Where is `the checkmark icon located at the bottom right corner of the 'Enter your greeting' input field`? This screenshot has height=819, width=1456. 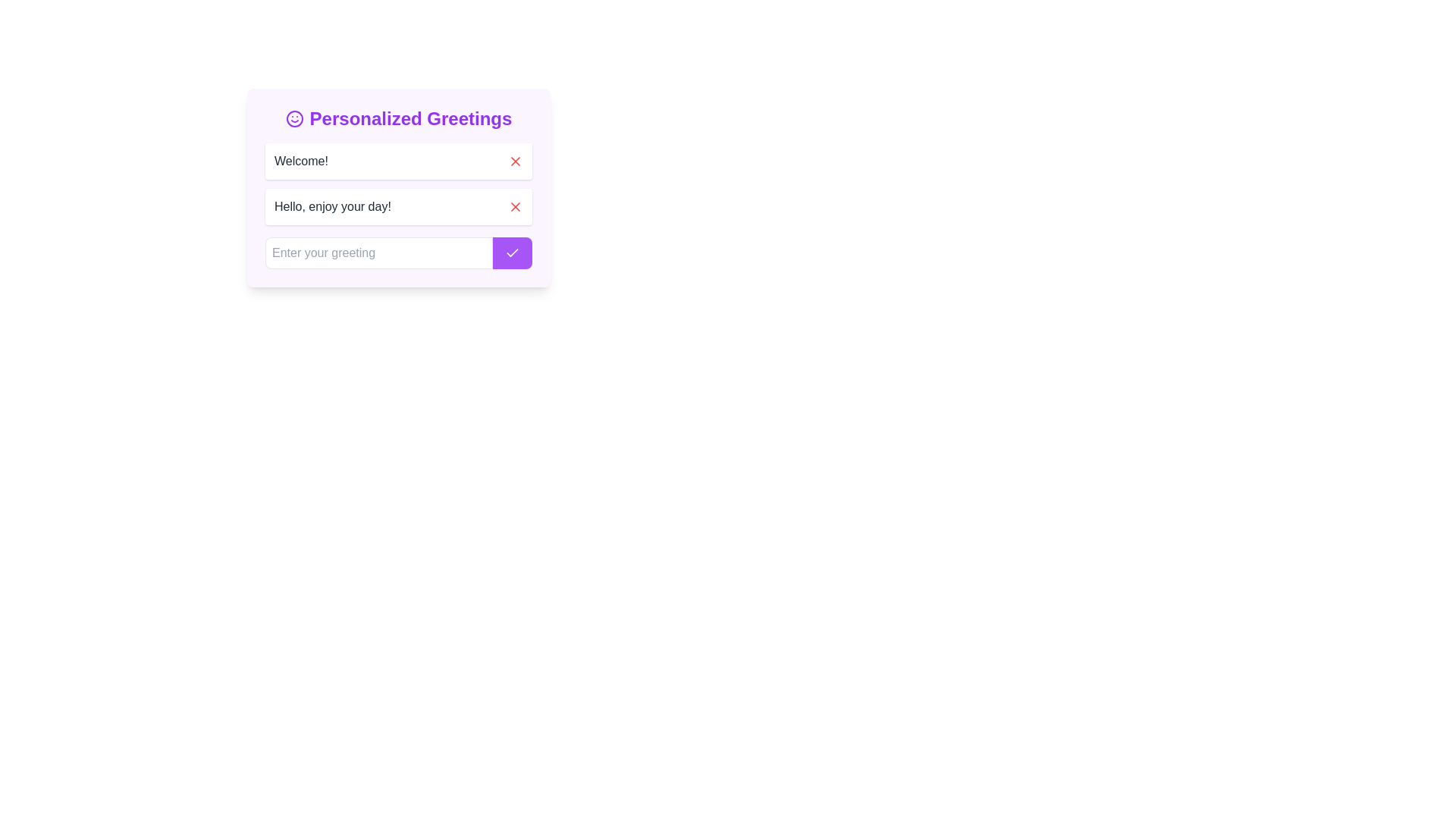 the checkmark icon located at the bottom right corner of the 'Enter your greeting' input field is located at coordinates (513, 253).